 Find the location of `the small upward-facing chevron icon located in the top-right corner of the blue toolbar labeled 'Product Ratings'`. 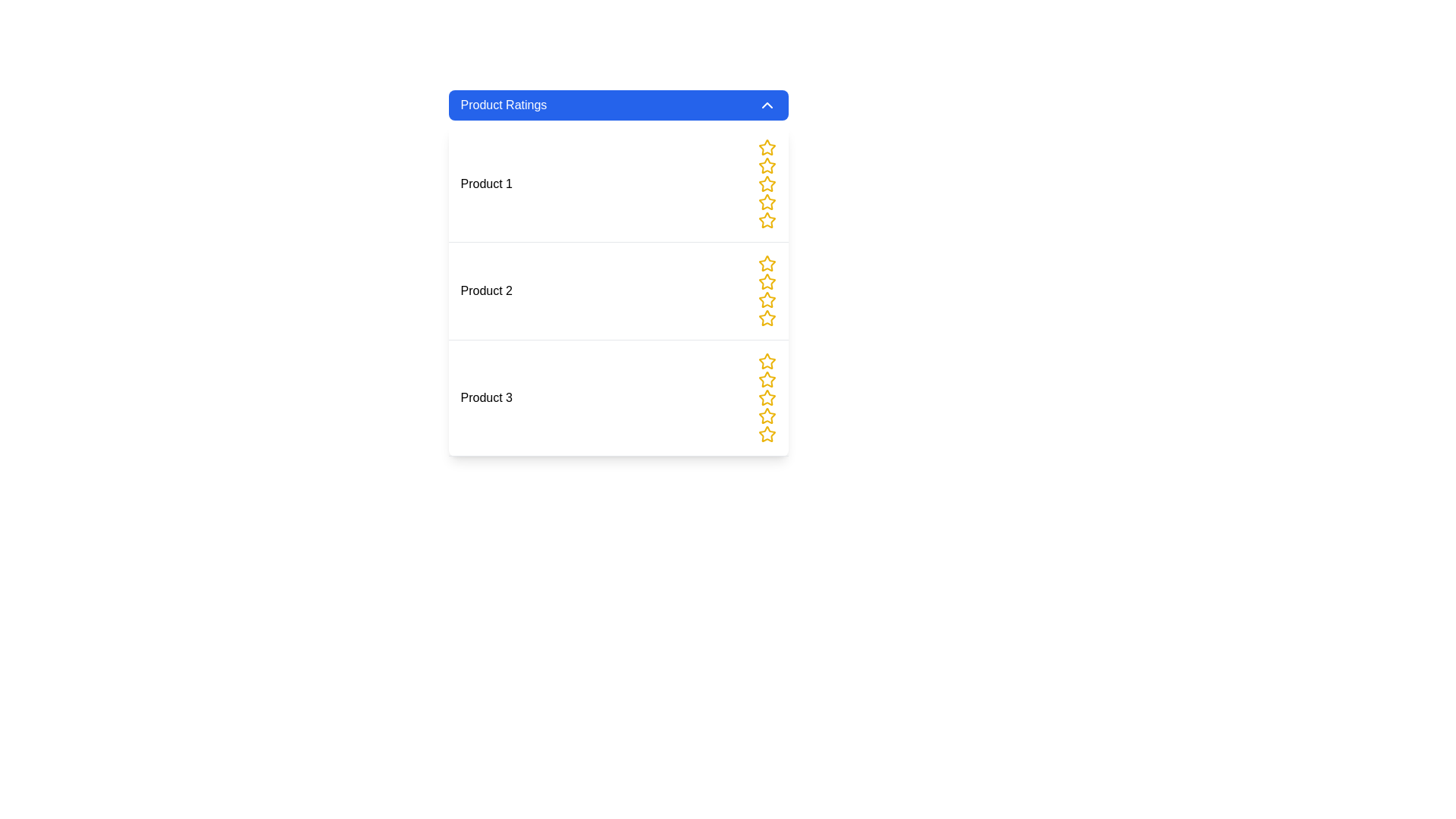

the small upward-facing chevron icon located in the top-right corner of the blue toolbar labeled 'Product Ratings' is located at coordinates (767, 104).